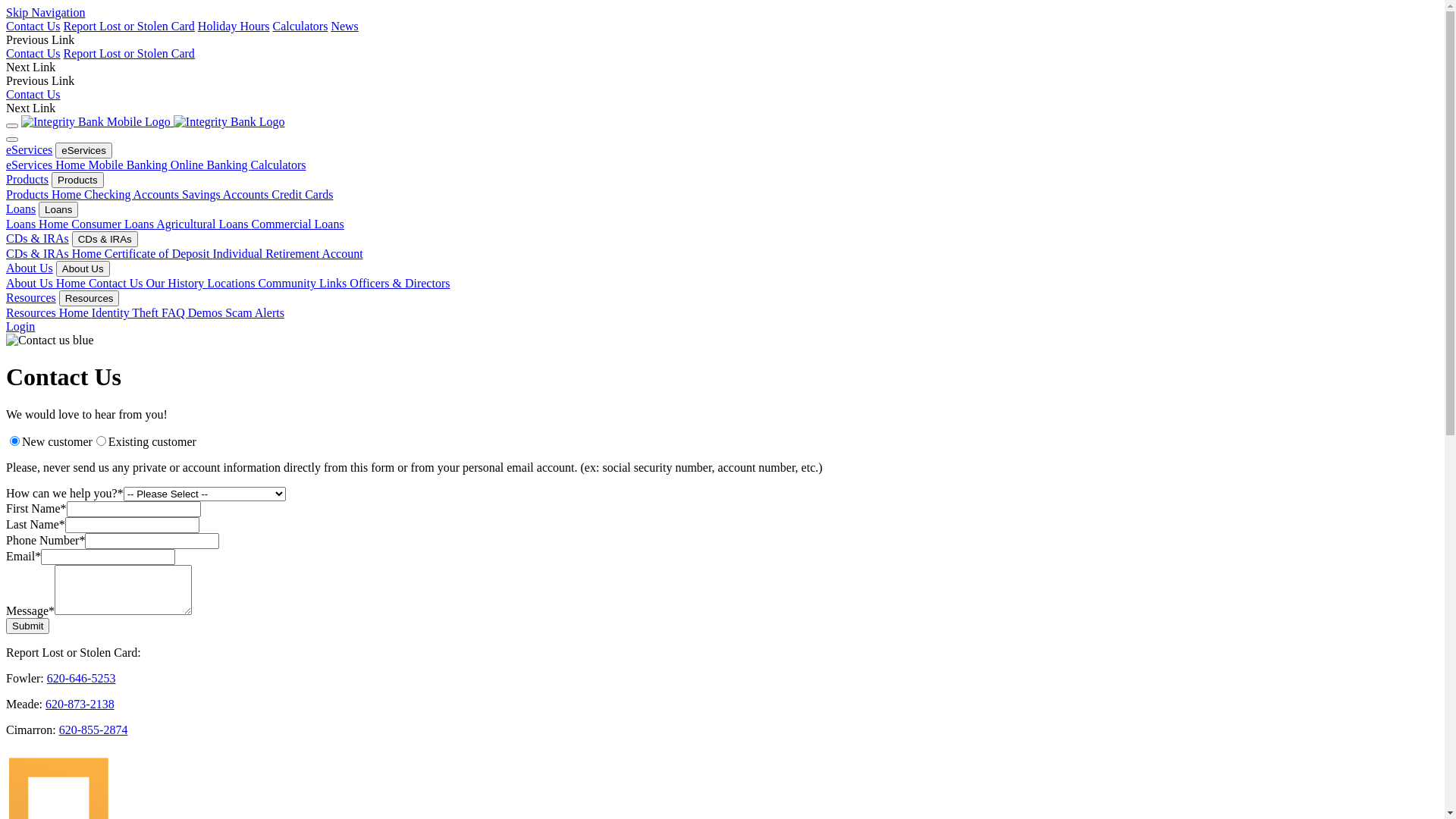  I want to click on 'eServices Home', so click(47, 165).